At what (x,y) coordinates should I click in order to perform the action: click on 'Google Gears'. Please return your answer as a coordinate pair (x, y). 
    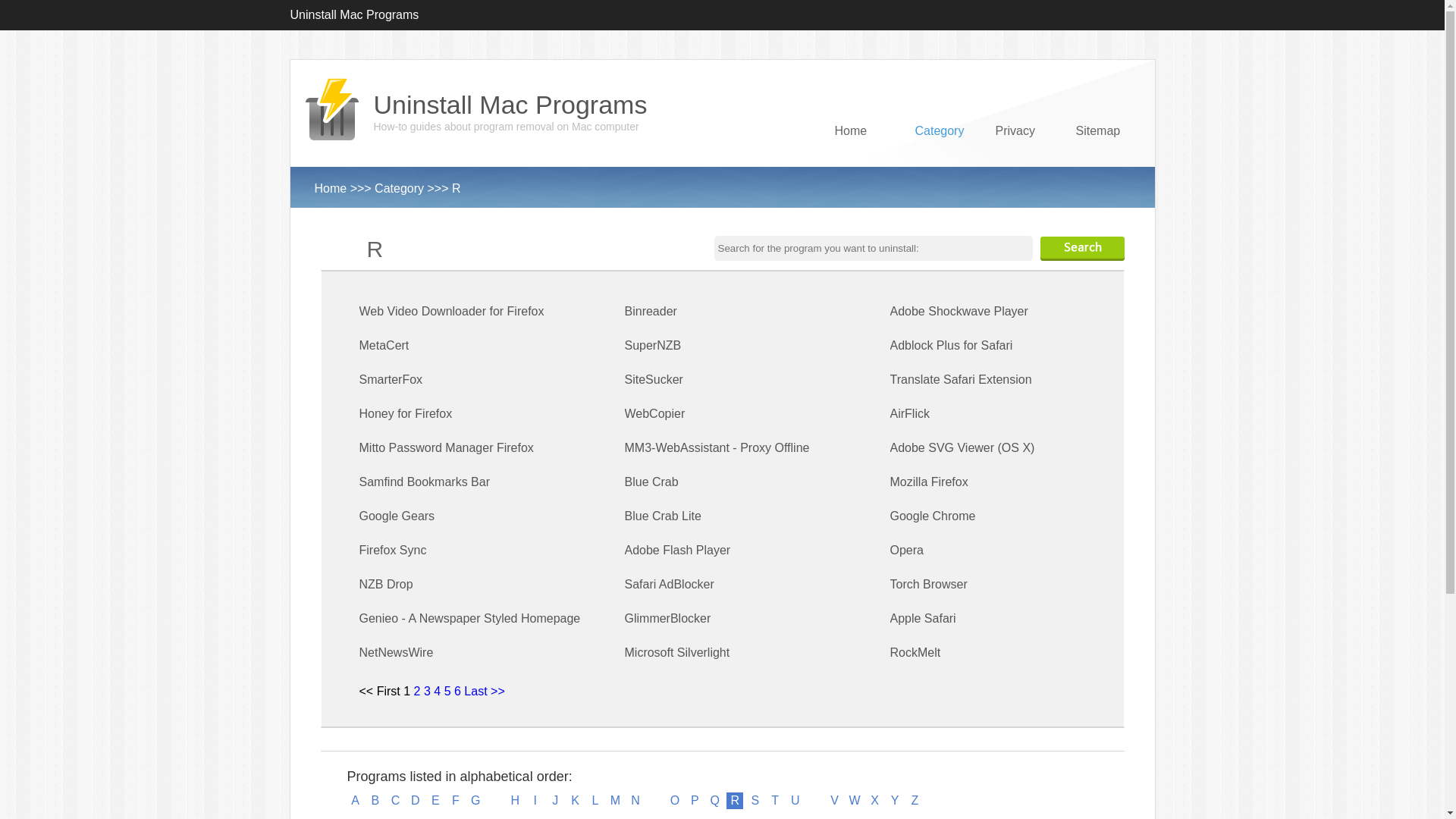
    Looking at the image, I should click on (359, 515).